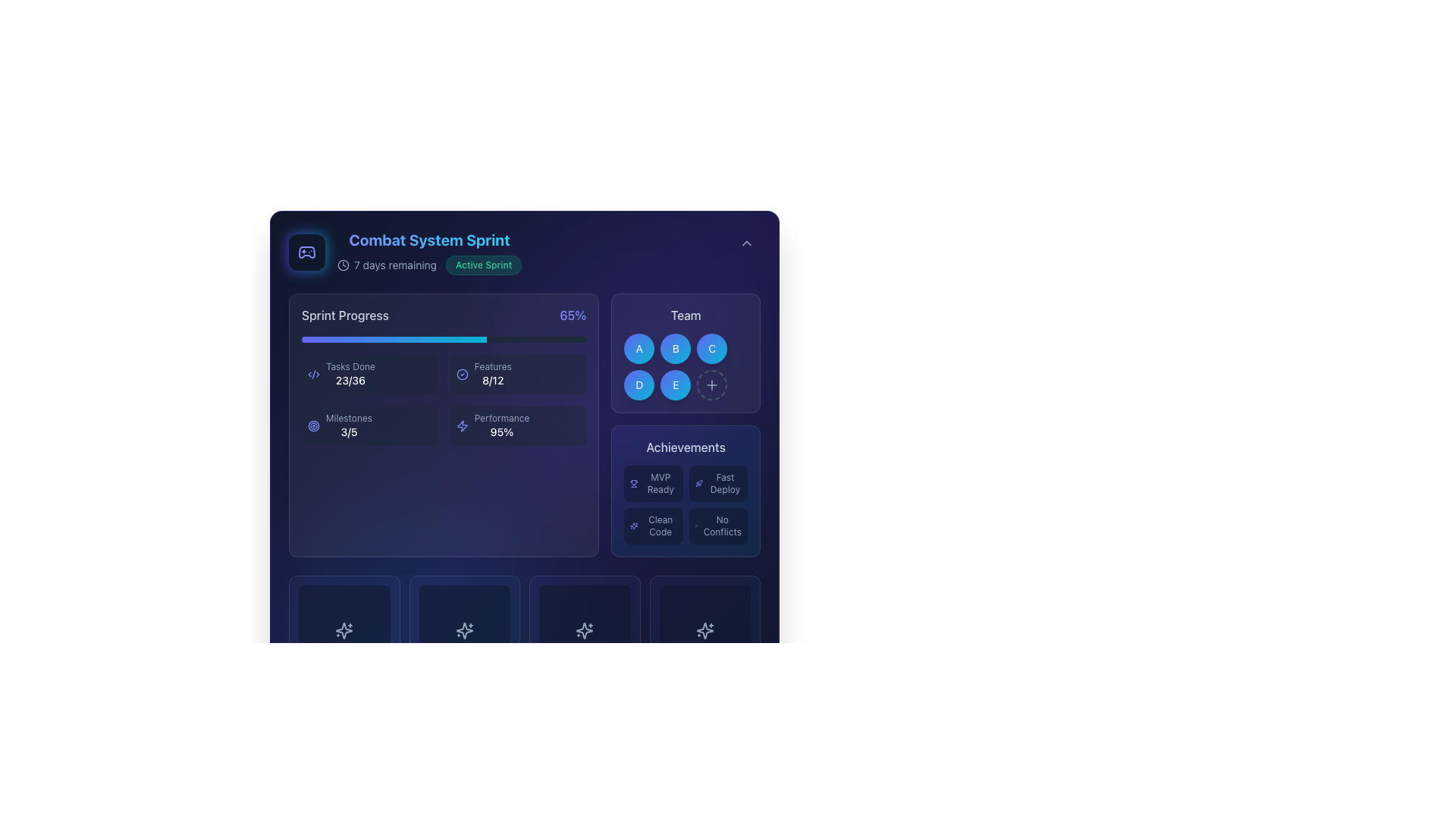  I want to click on the last Card element in the 2x2 grid layout positioned at the bottom-right corner, so click(704, 631).